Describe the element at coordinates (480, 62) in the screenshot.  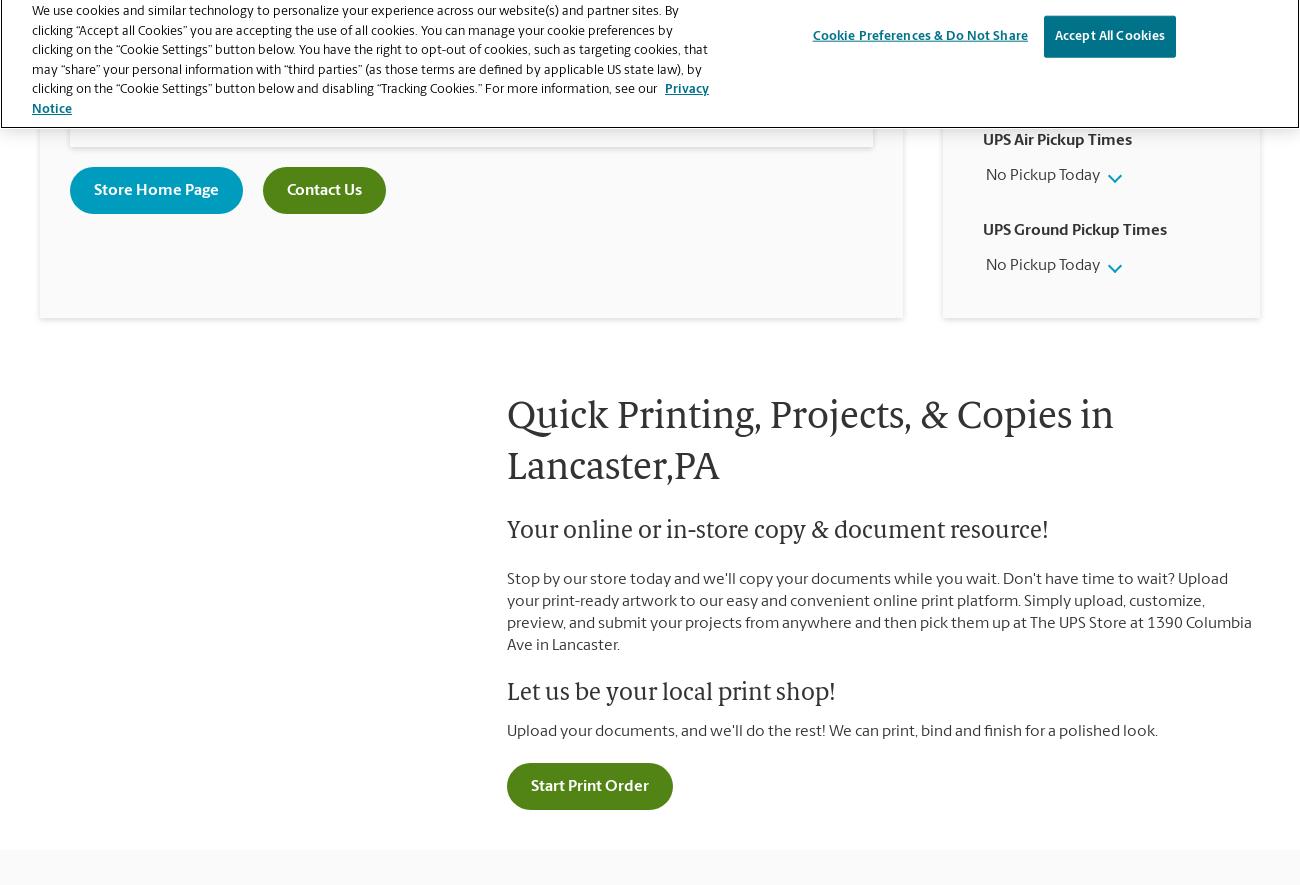
I see `'store3413@theupsstore.com'` at that location.